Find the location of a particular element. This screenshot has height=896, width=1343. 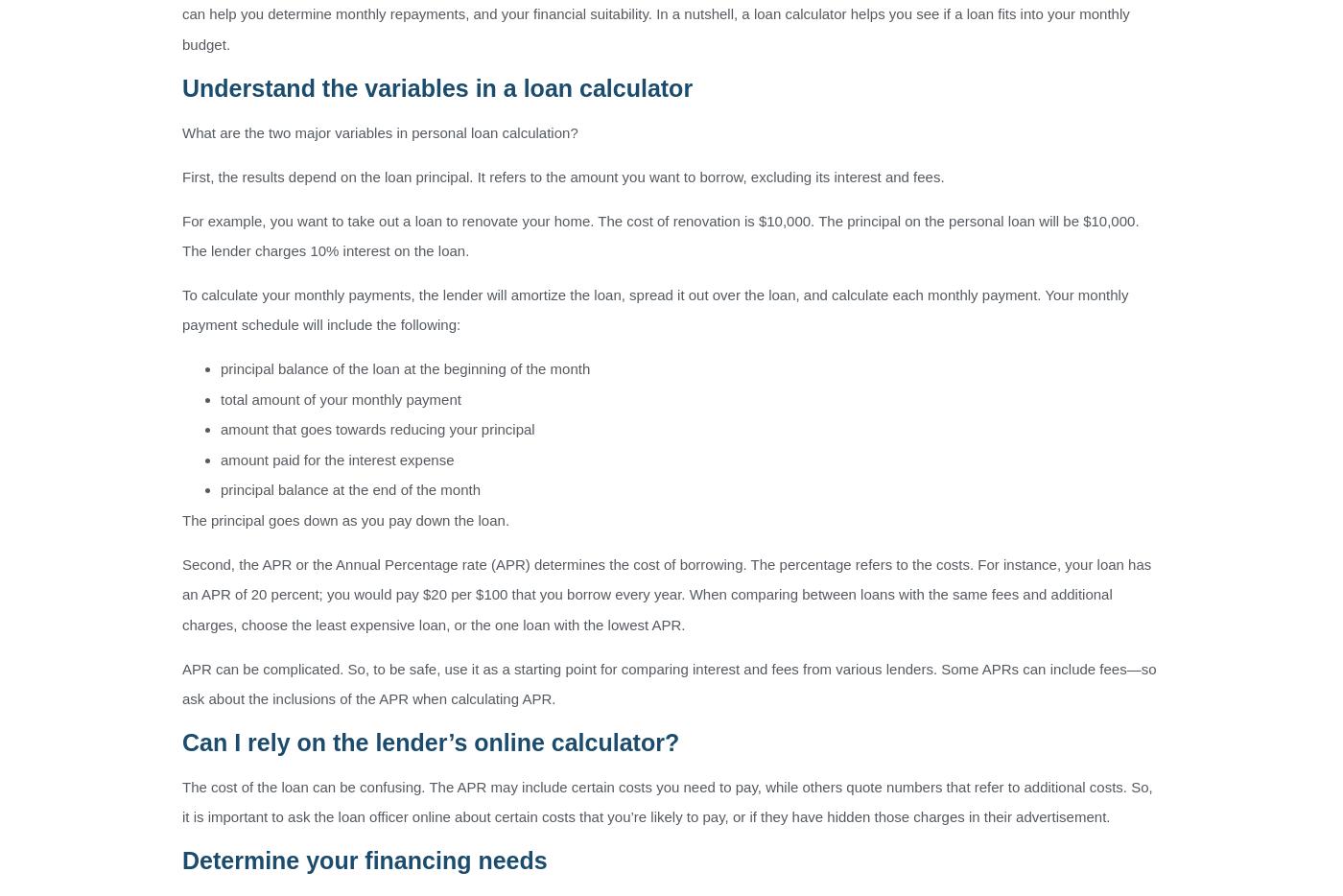

'principal balance of the loan at the beginning of the month' is located at coordinates (405, 367).